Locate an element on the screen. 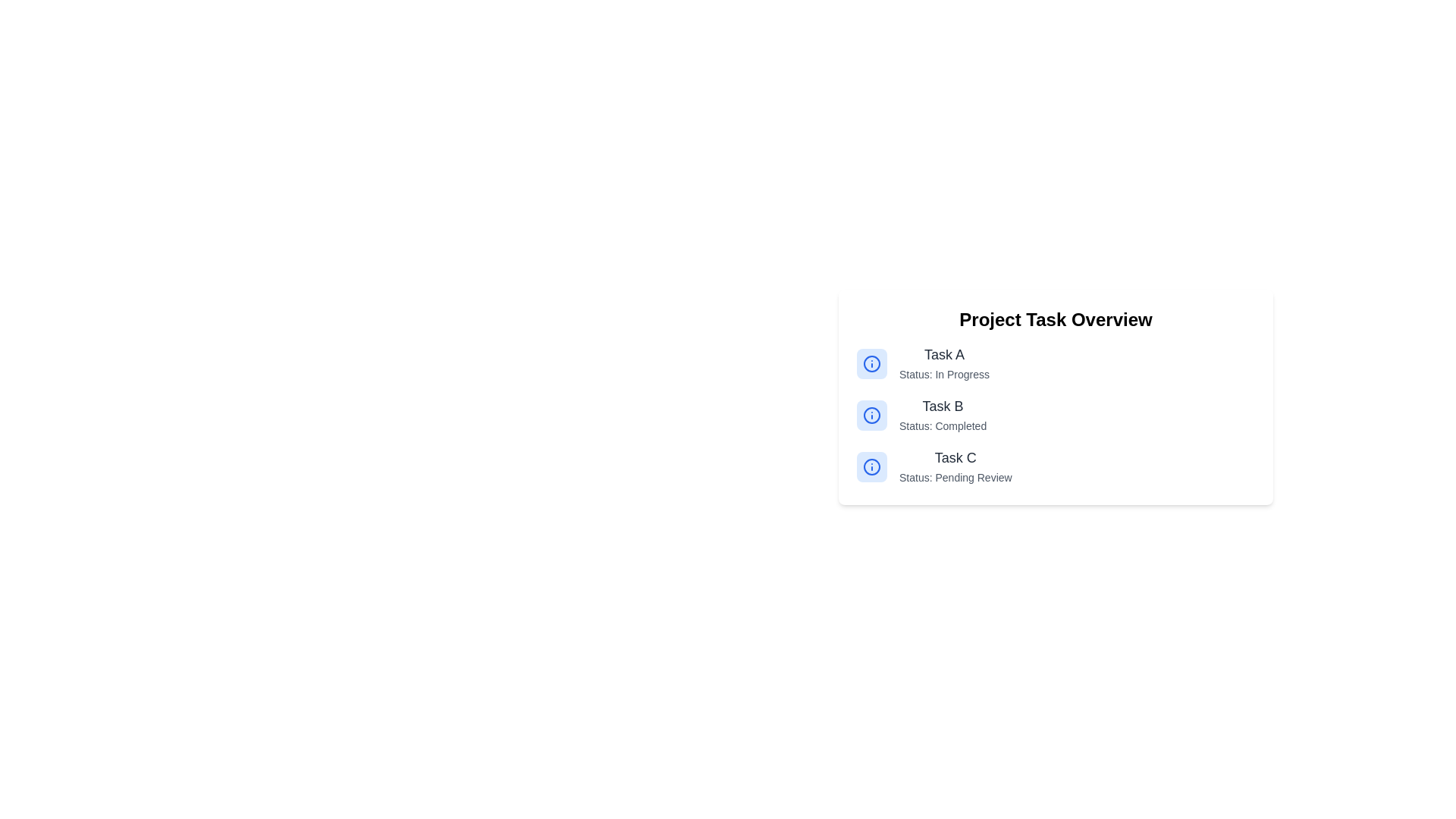 The height and width of the screenshot is (819, 1456). the button surrounding the circular icon with a blue stroke that symbolizes an info marker, located to the left of the 'Task A' text in the vertical list of the task card is located at coordinates (872, 363).